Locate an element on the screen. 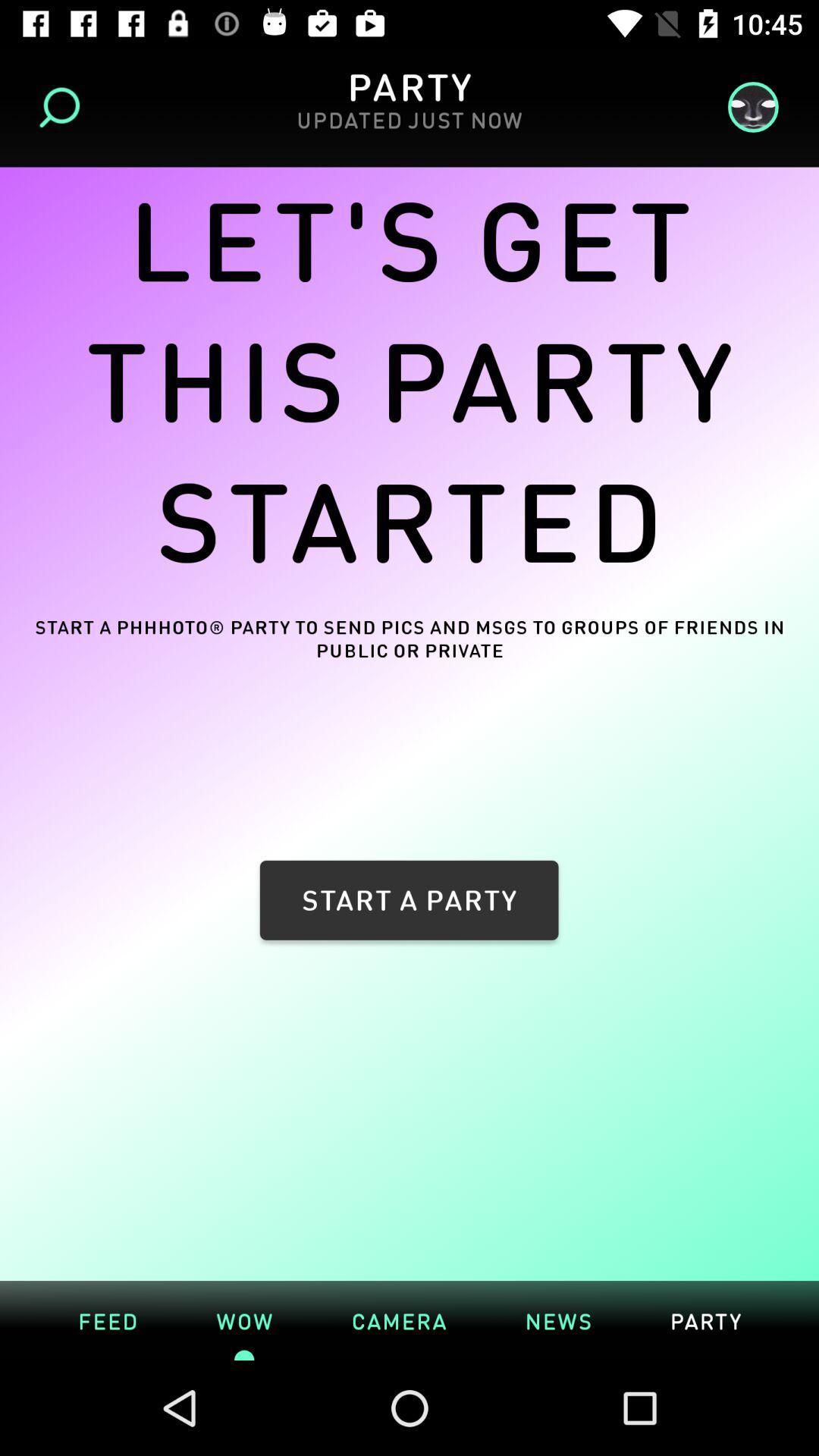 The width and height of the screenshot is (819, 1456). the icon next to the updated just now is located at coordinates (64, 106).